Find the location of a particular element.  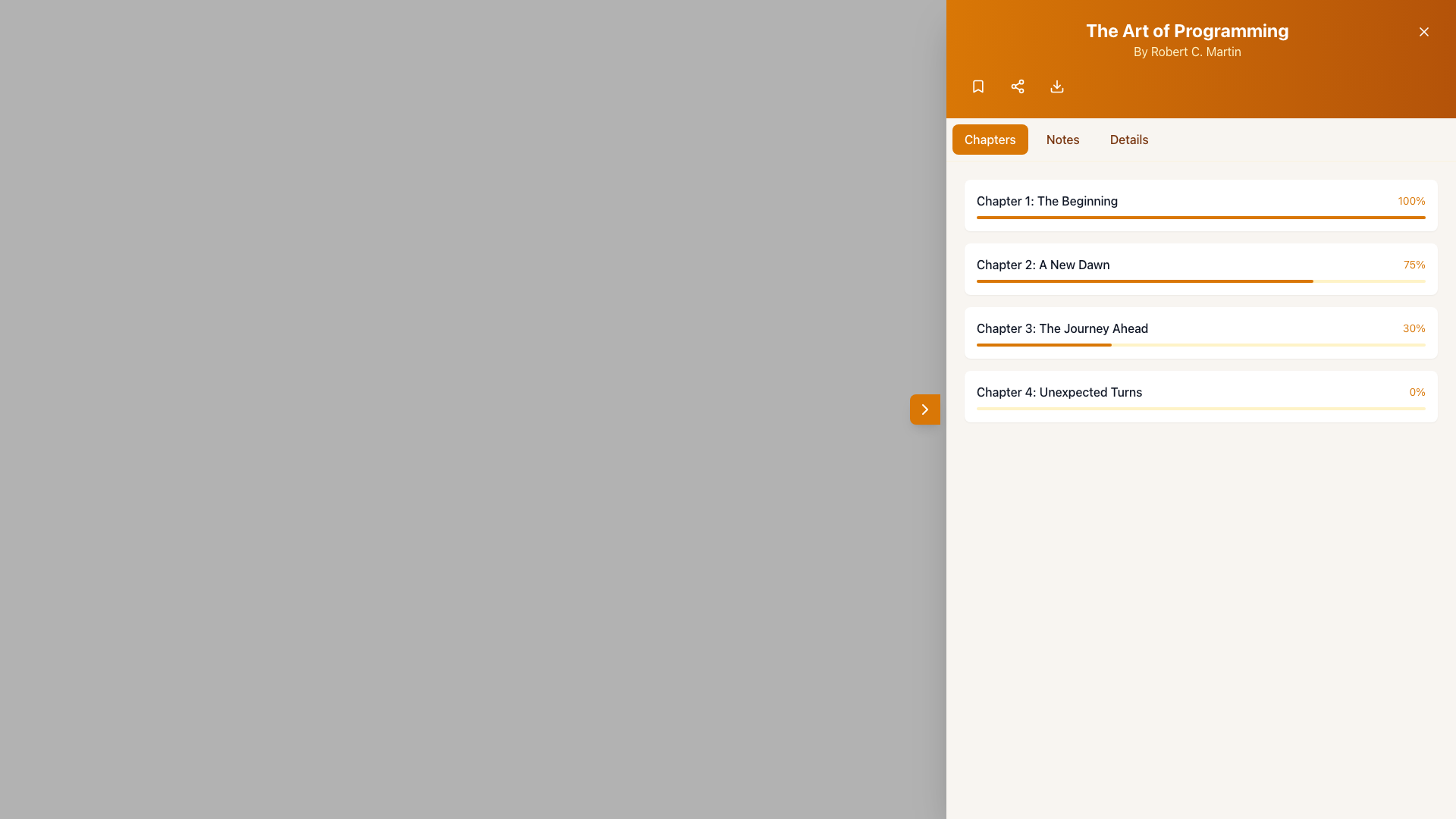

the Header bar titled 'The Art of Programming' which features a subtitle 'By Robert C. Martin' at the top of the right panel is located at coordinates (1200, 38).